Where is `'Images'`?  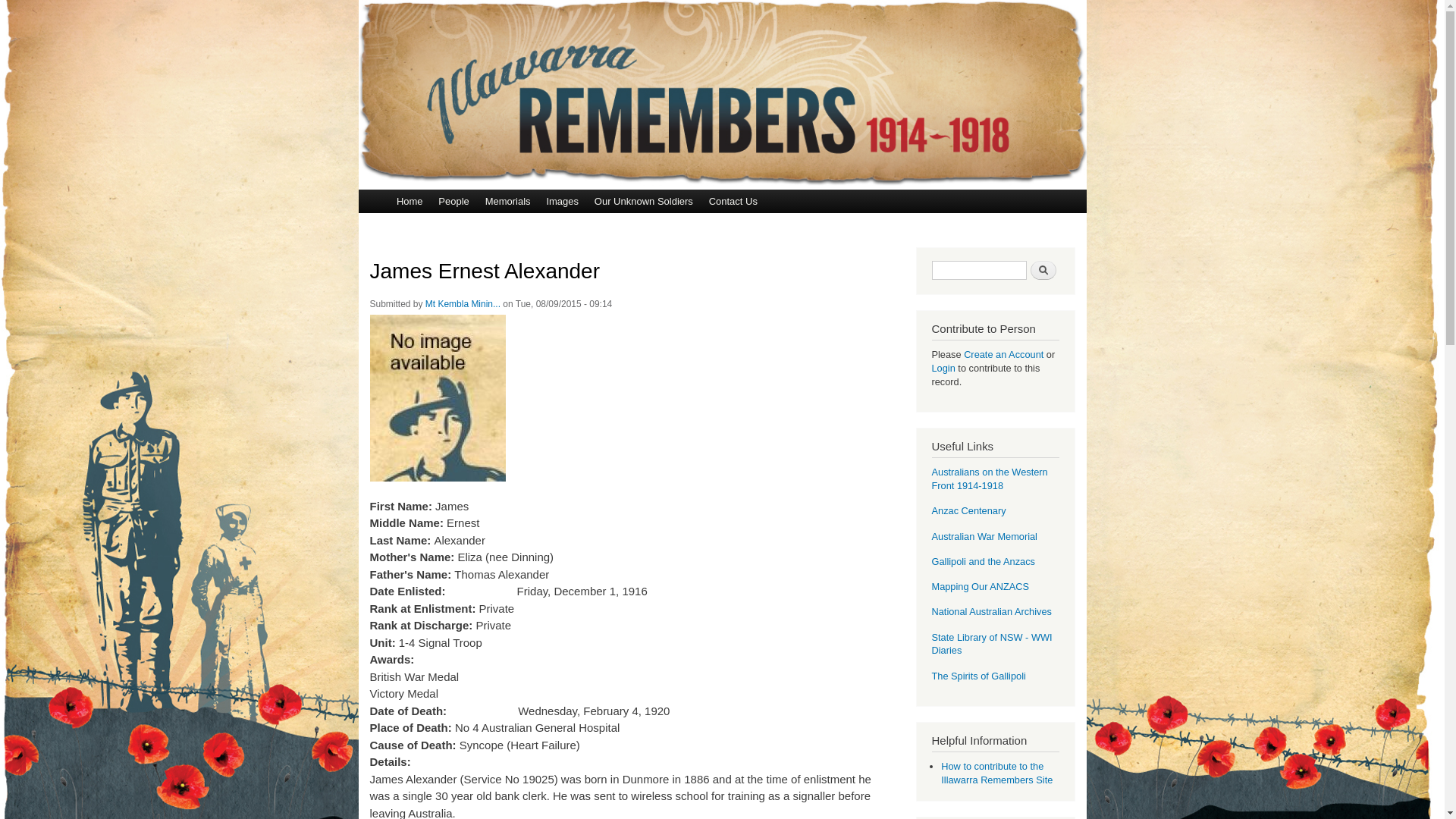
'Images' is located at coordinates (561, 200).